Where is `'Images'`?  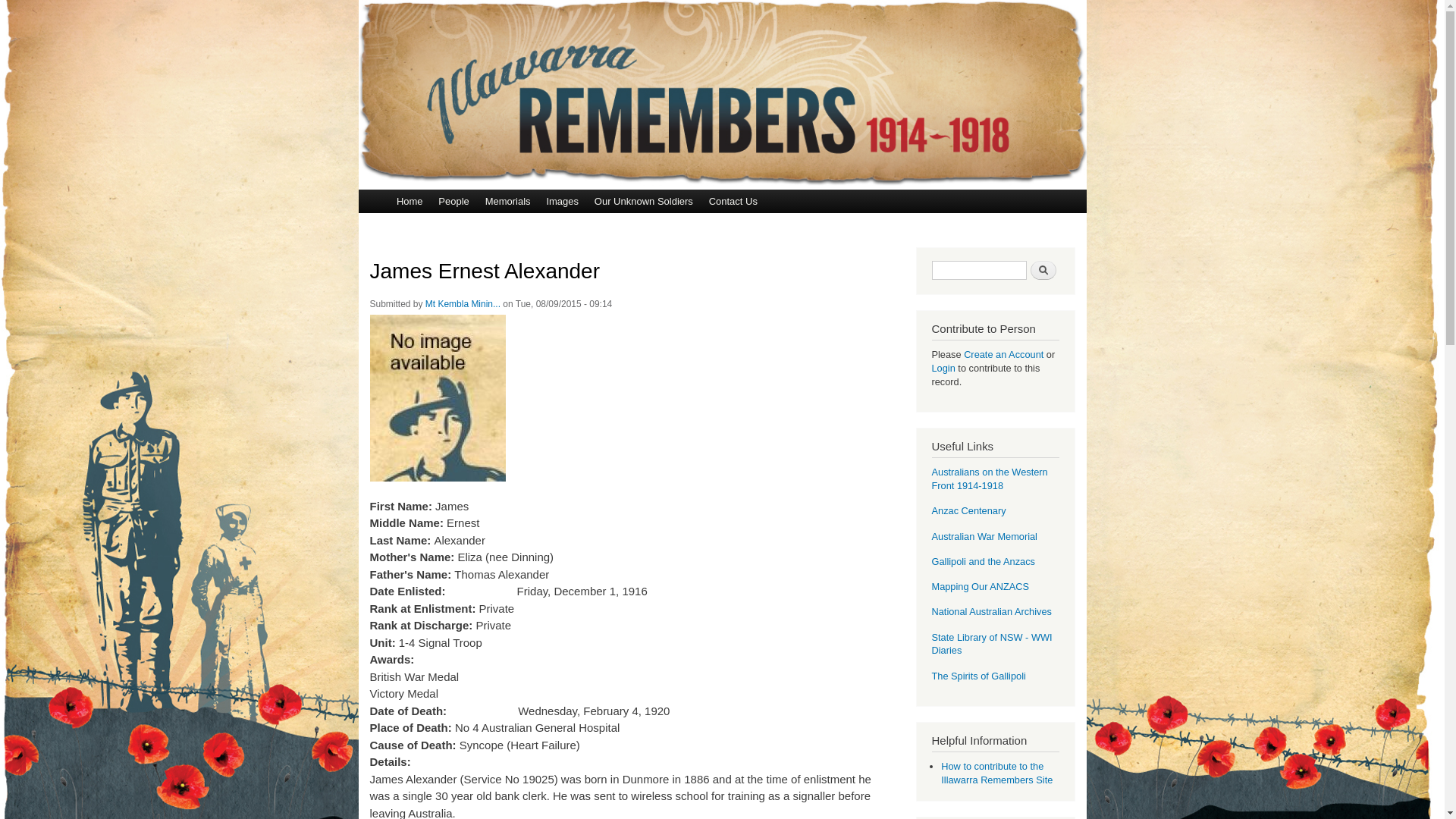
'Images' is located at coordinates (561, 200).